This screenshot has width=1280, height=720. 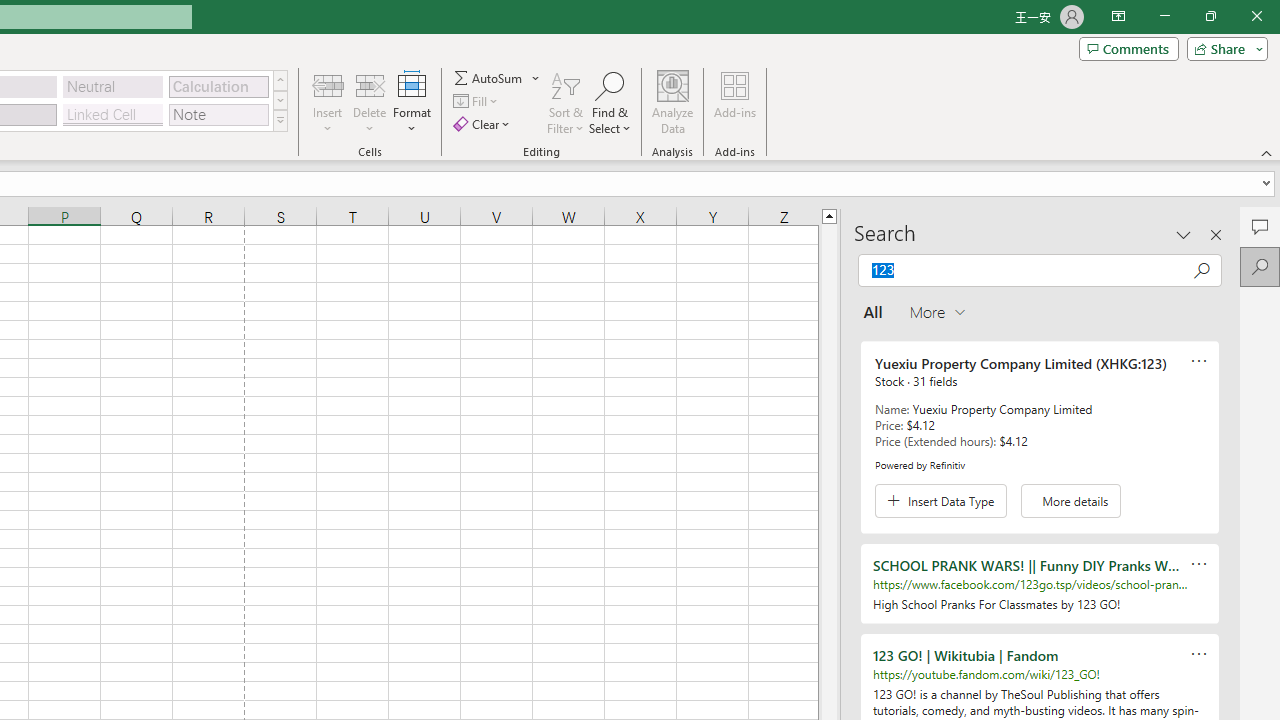 I want to click on 'Delete', so click(x=369, y=103).